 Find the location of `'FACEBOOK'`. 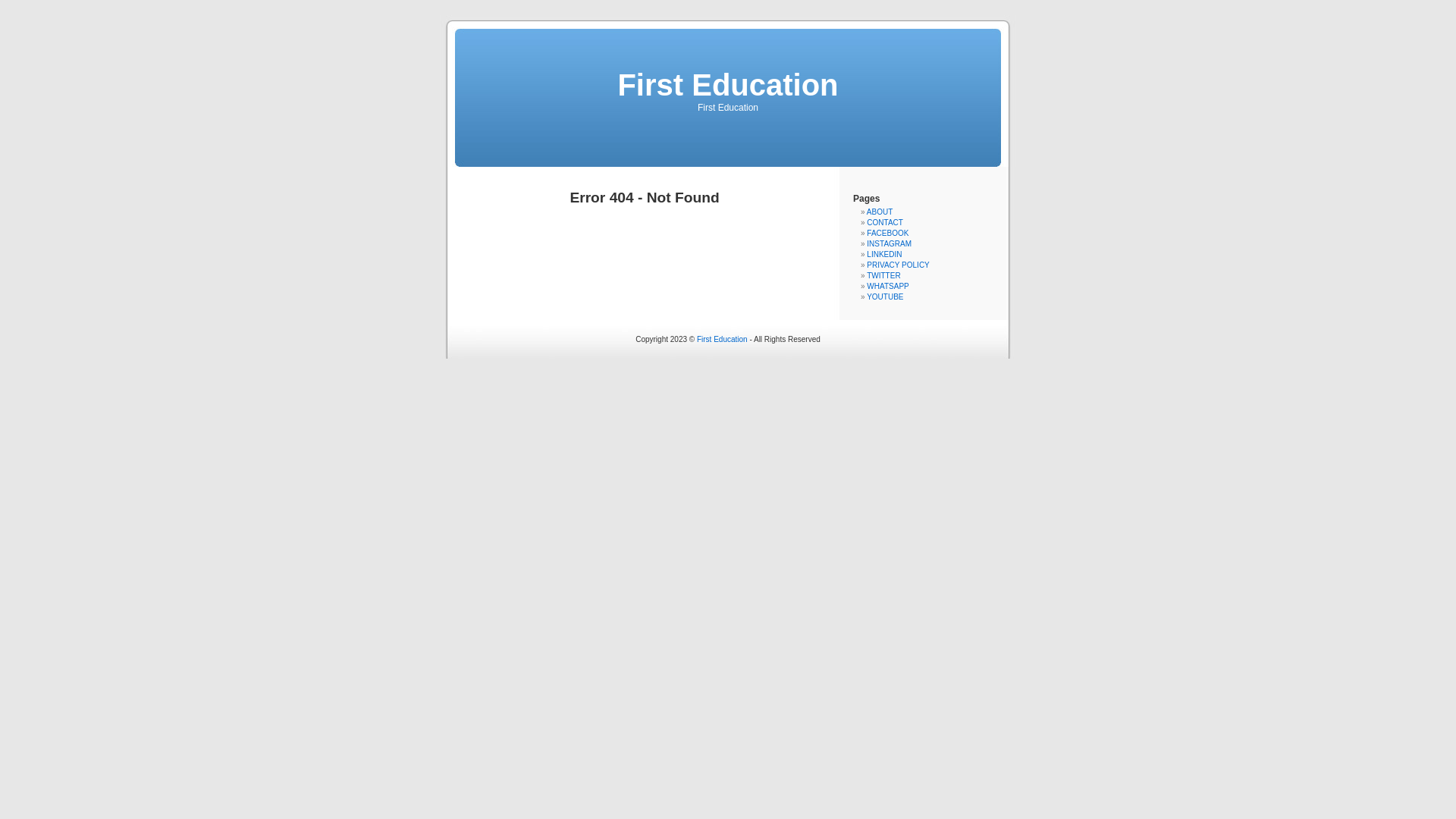

'FACEBOOK' is located at coordinates (887, 233).